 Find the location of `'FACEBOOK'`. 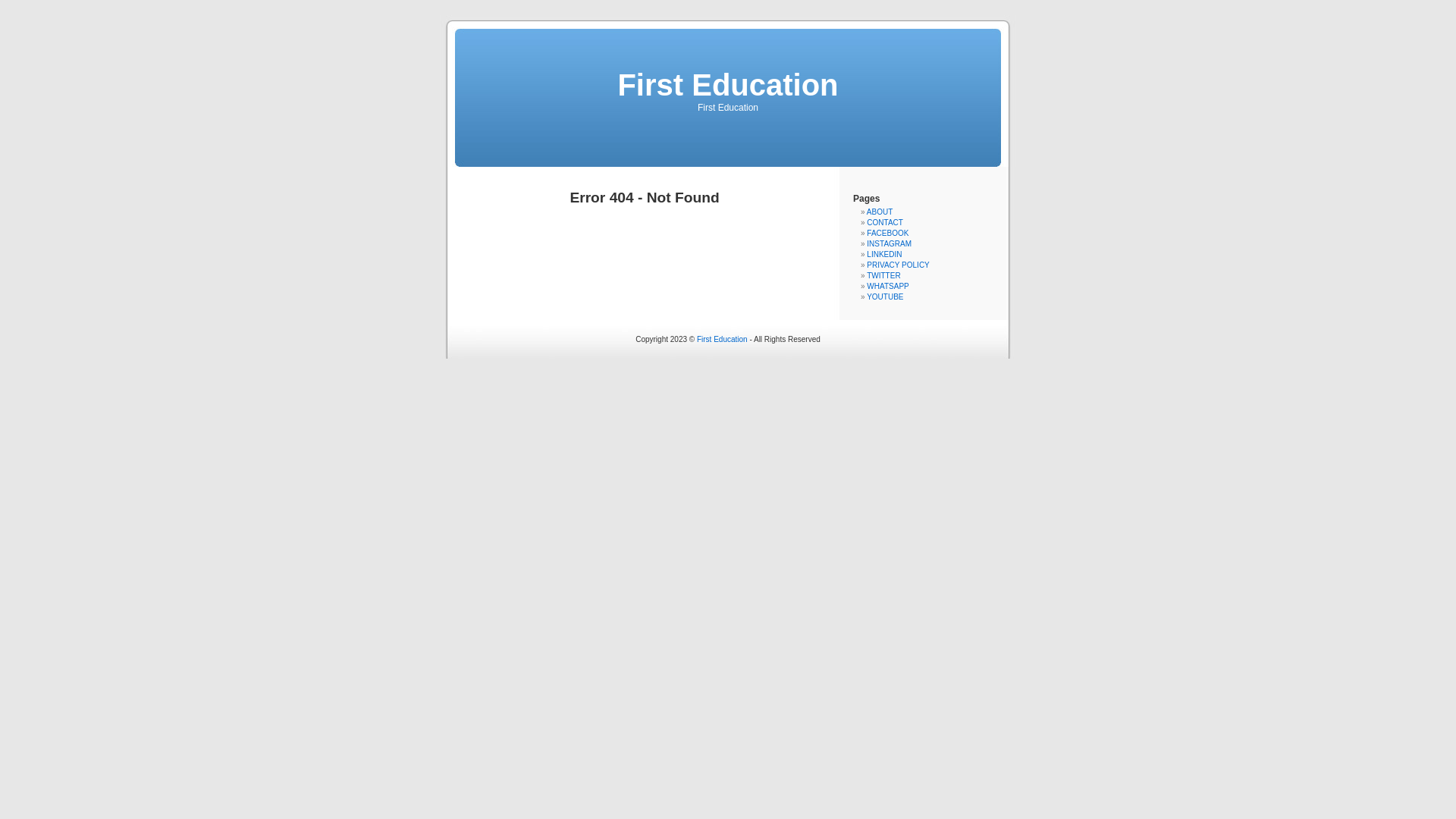

'FACEBOOK' is located at coordinates (887, 233).